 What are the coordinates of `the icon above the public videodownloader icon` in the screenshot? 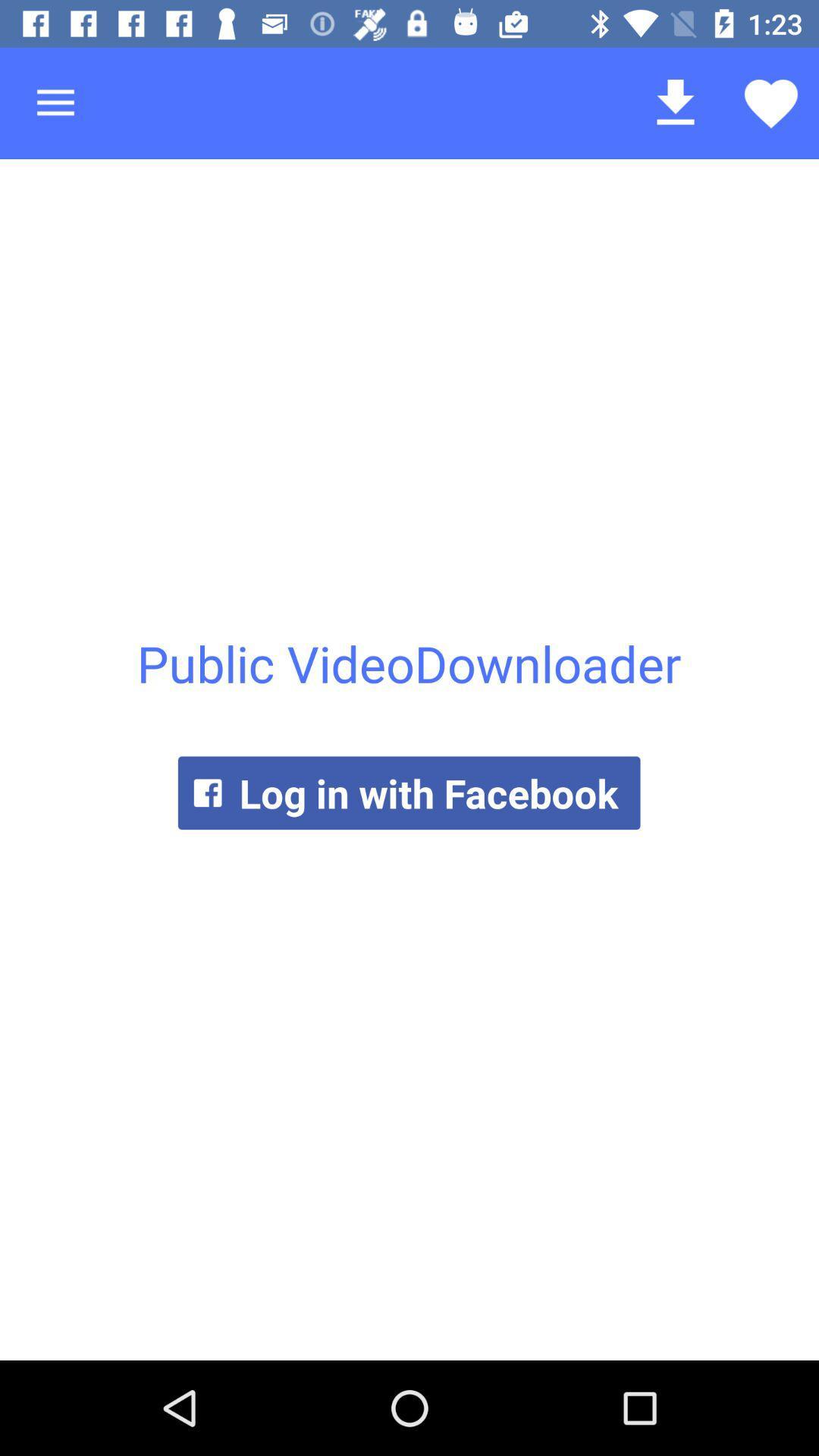 It's located at (675, 102).